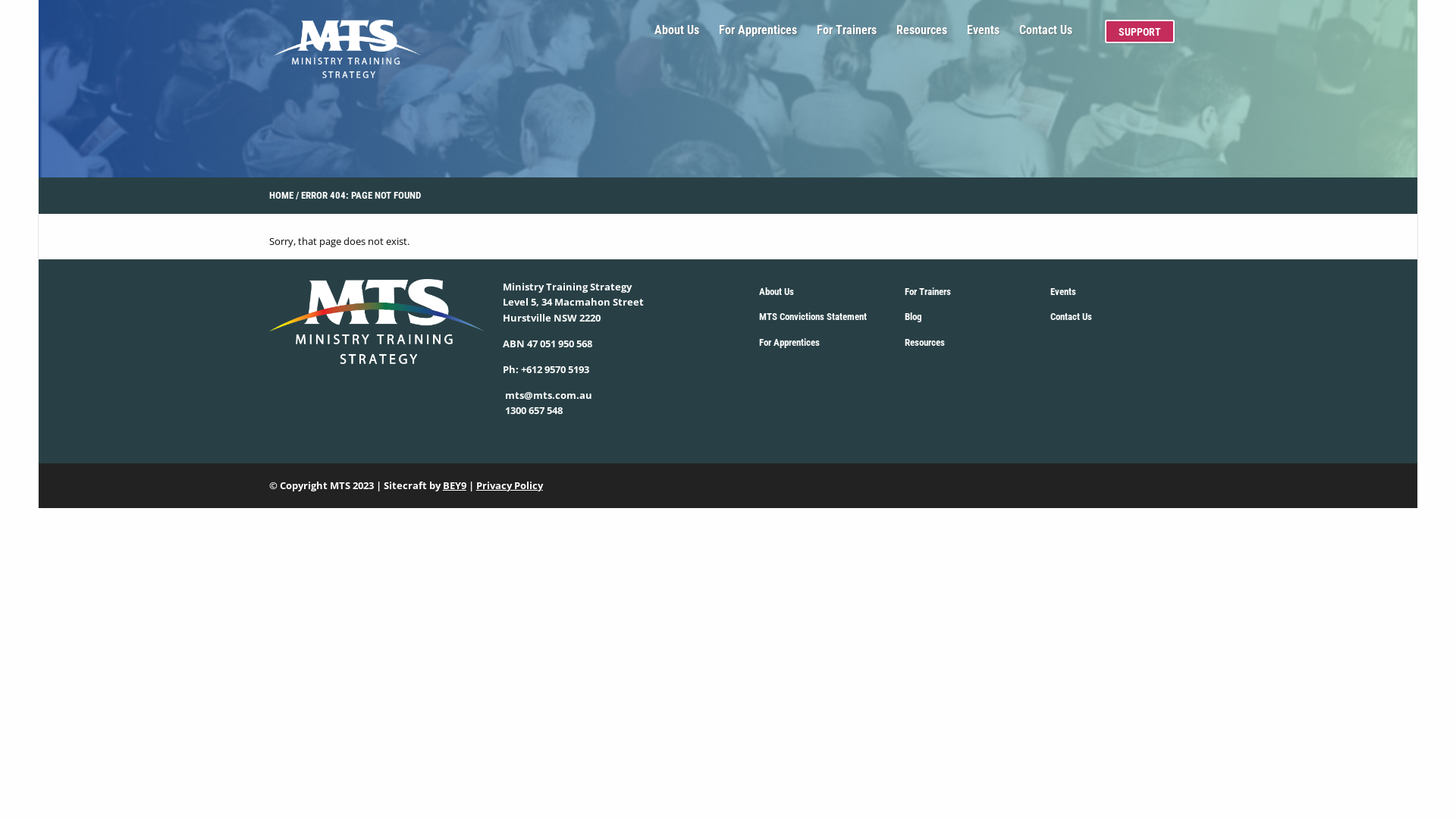 The width and height of the screenshot is (1456, 819). What do you see at coordinates (676, 35) in the screenshot?
I see `'About Us'` at bounding box center [676, 35].